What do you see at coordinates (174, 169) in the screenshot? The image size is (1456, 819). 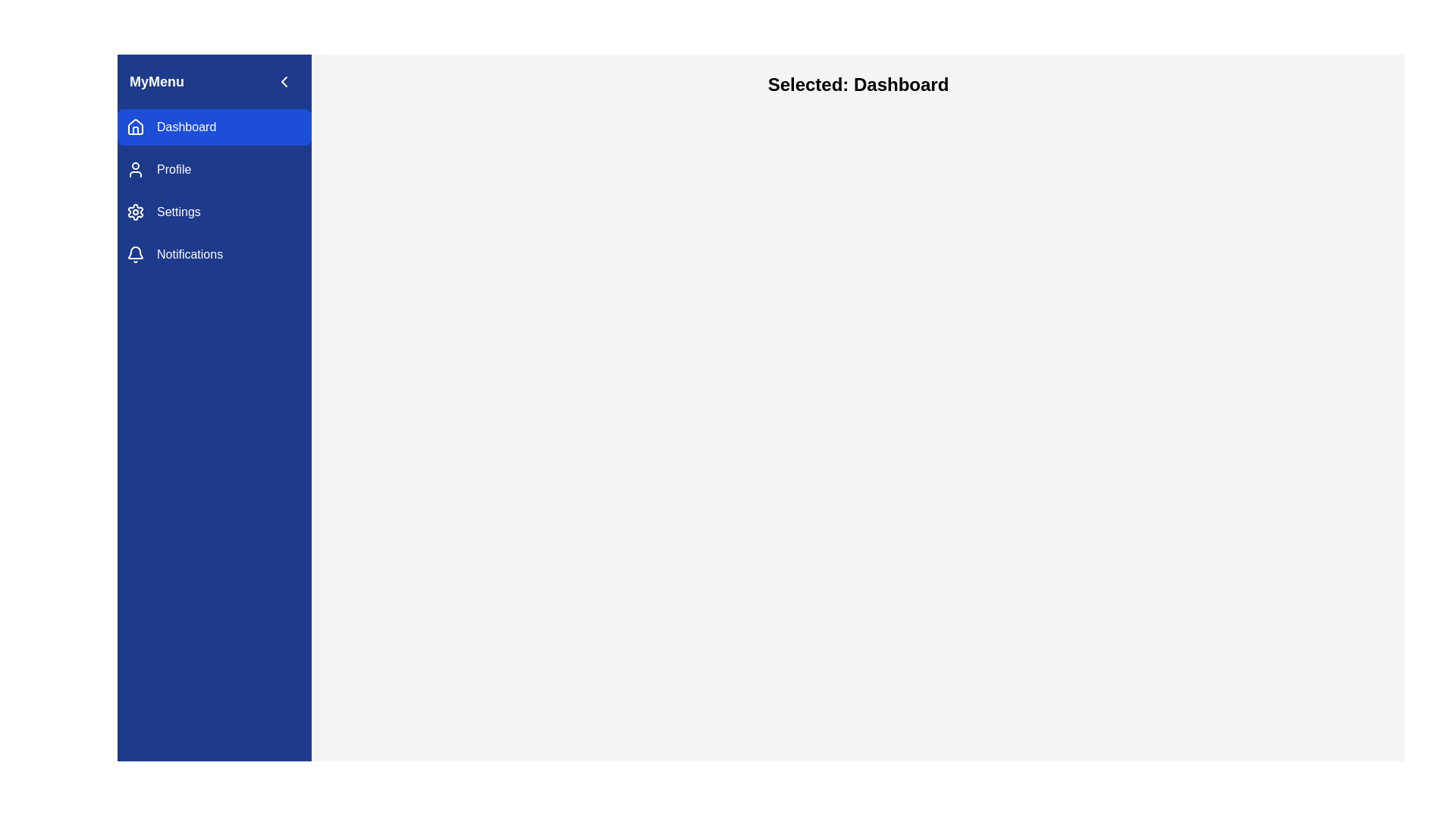 I see `the 'Profile' menu item, which is styled in white text against a blue background and positioned in the second slot of the vertical sidebar menu` at bounding box center [174, 169].